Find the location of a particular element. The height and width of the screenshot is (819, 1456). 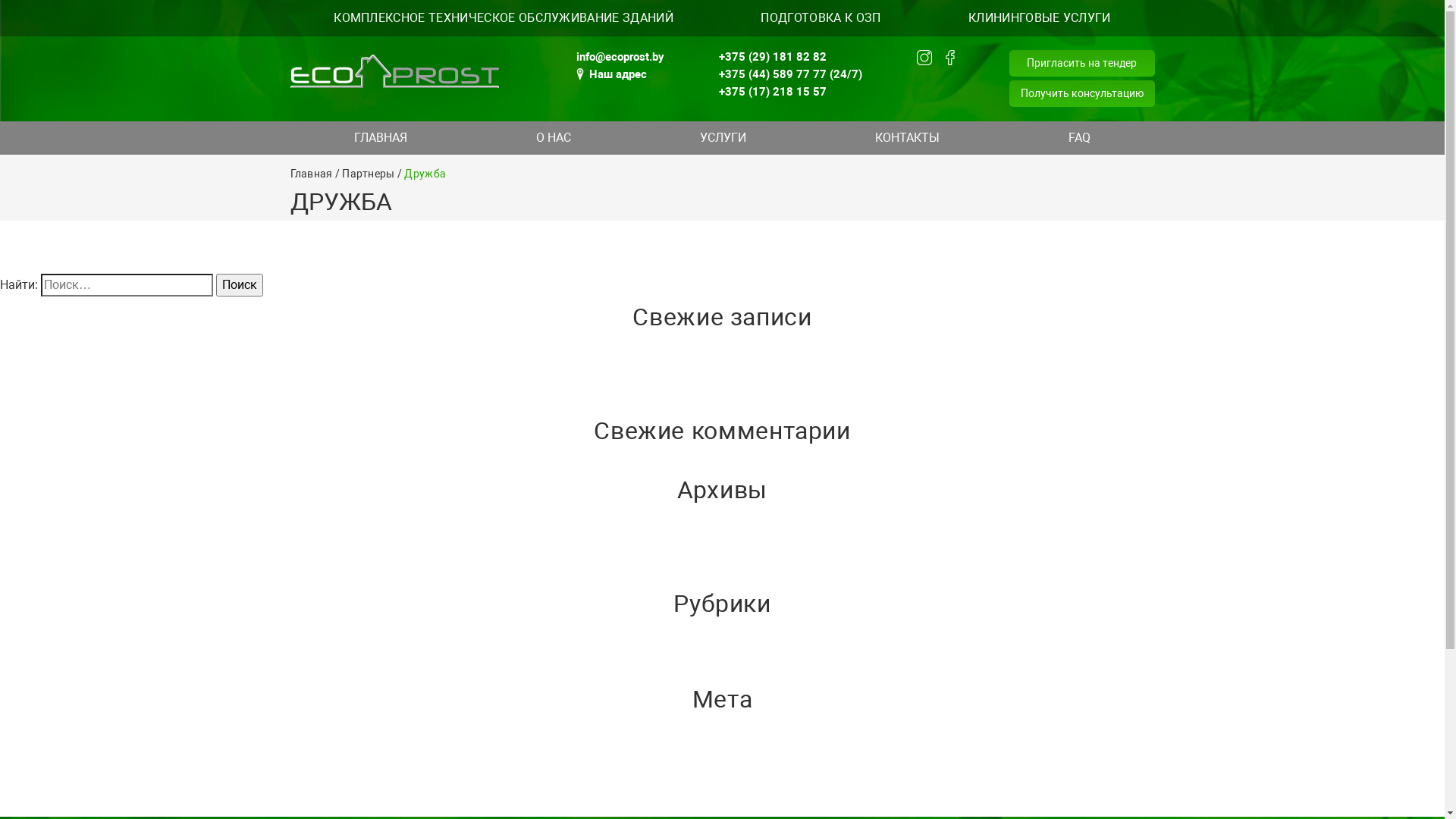

'WordPress.org' is located at coordinates (0, 806).